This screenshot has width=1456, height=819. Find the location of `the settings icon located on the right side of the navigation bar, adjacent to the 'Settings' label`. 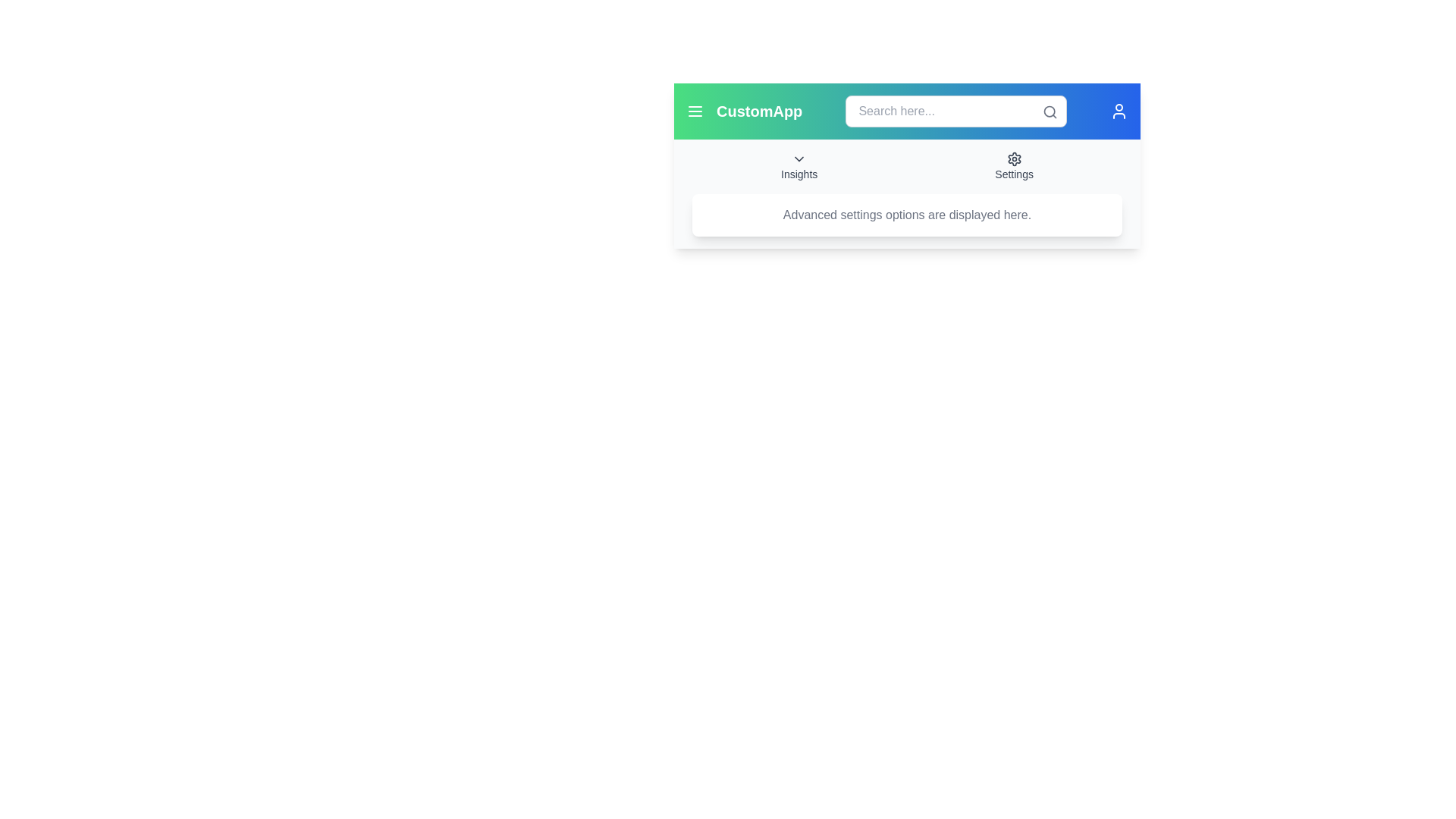

the settings icon located on the right side of the navigation bar, adjacent to the 'Settings' label is located at coordinates (1014, 158).